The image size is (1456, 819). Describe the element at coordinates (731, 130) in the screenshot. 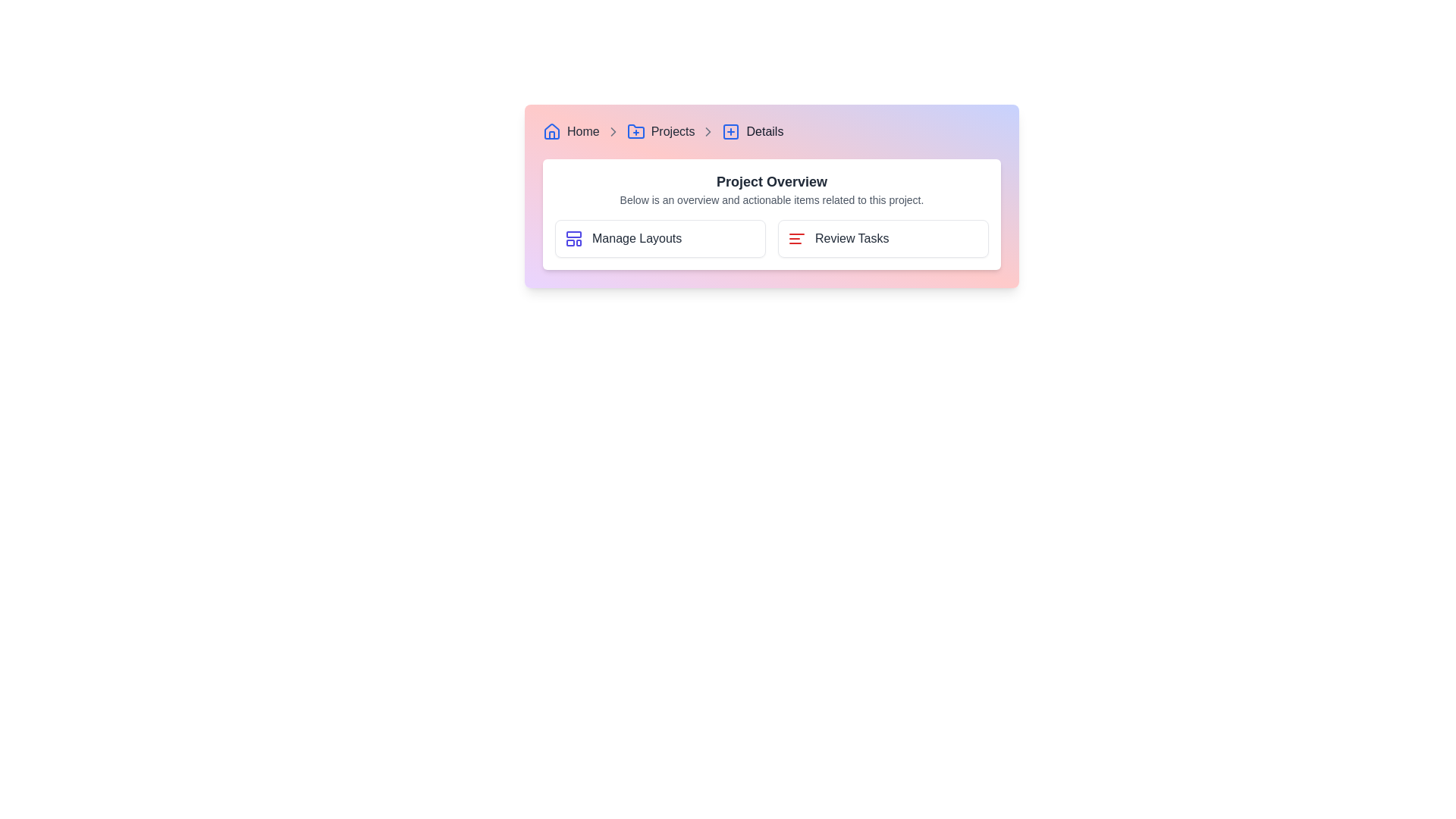

I see `the addition icon located in the breadcrumb navigation bar, positioned to the right of the 'Projects' label and icon, and slightly to the left of the 'Details' label` at that location.